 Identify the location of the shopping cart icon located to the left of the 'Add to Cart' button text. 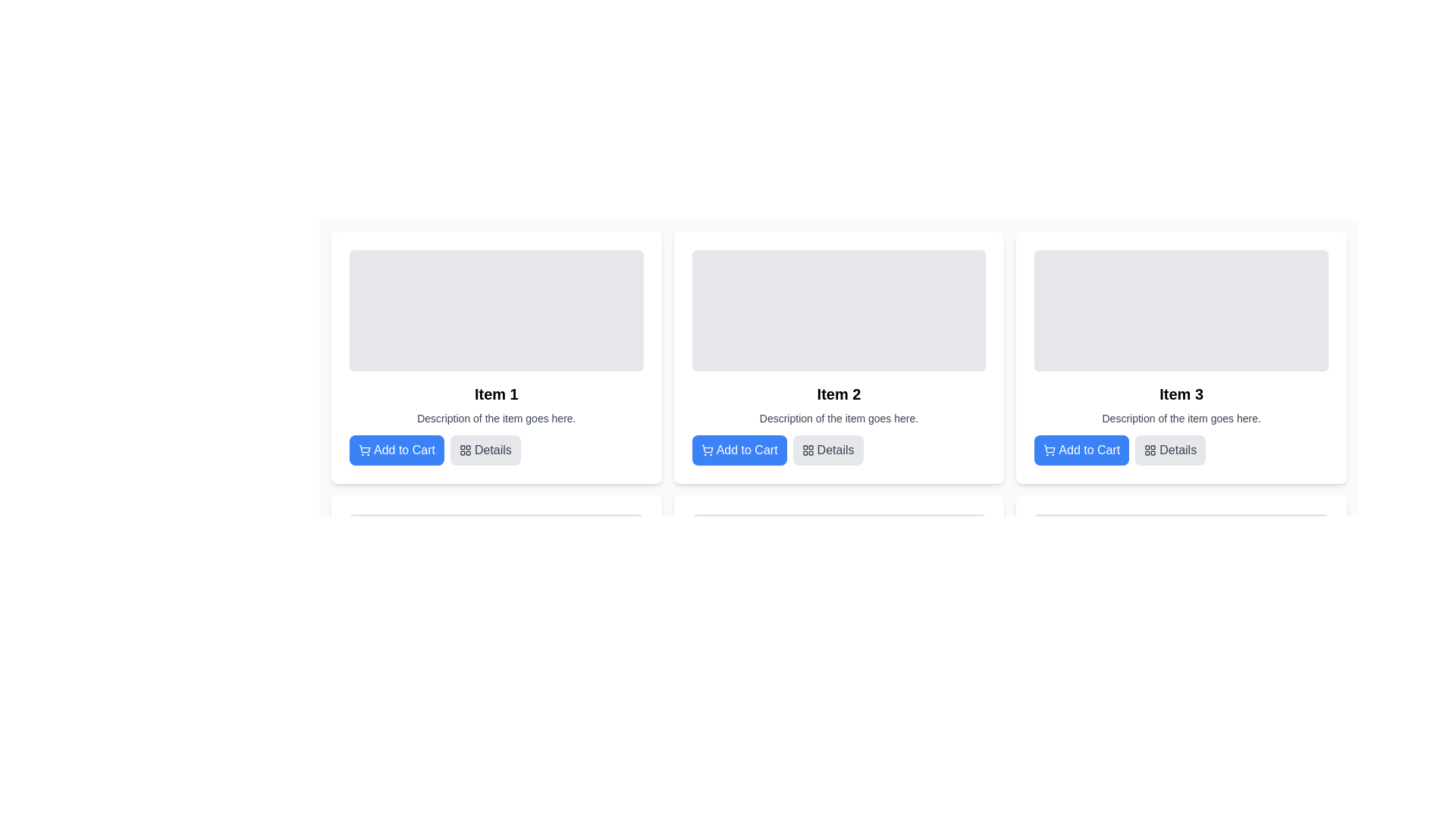
(364, 450).